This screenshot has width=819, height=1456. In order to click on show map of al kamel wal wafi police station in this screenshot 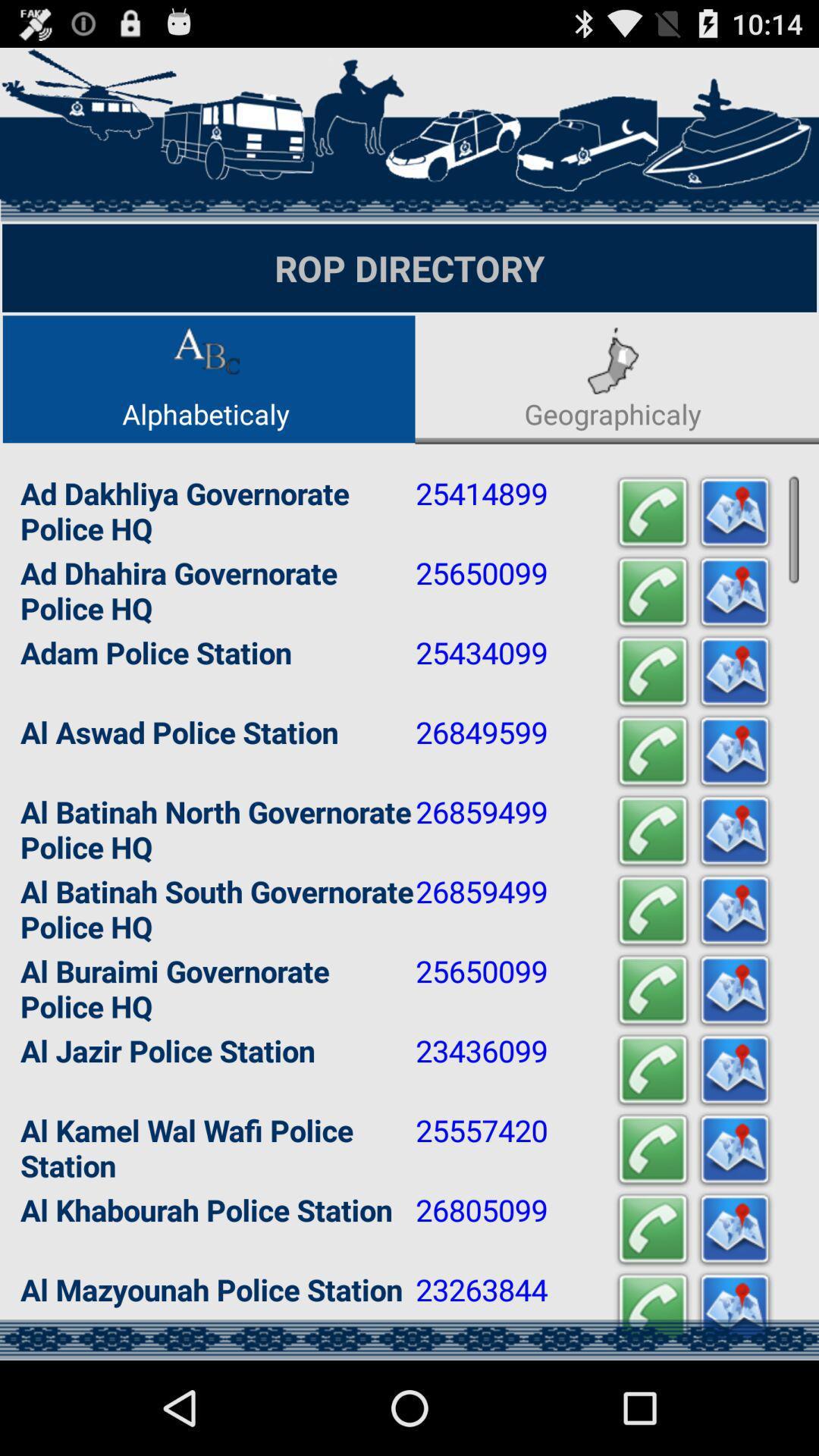, I will do `click(733, 1150)`.